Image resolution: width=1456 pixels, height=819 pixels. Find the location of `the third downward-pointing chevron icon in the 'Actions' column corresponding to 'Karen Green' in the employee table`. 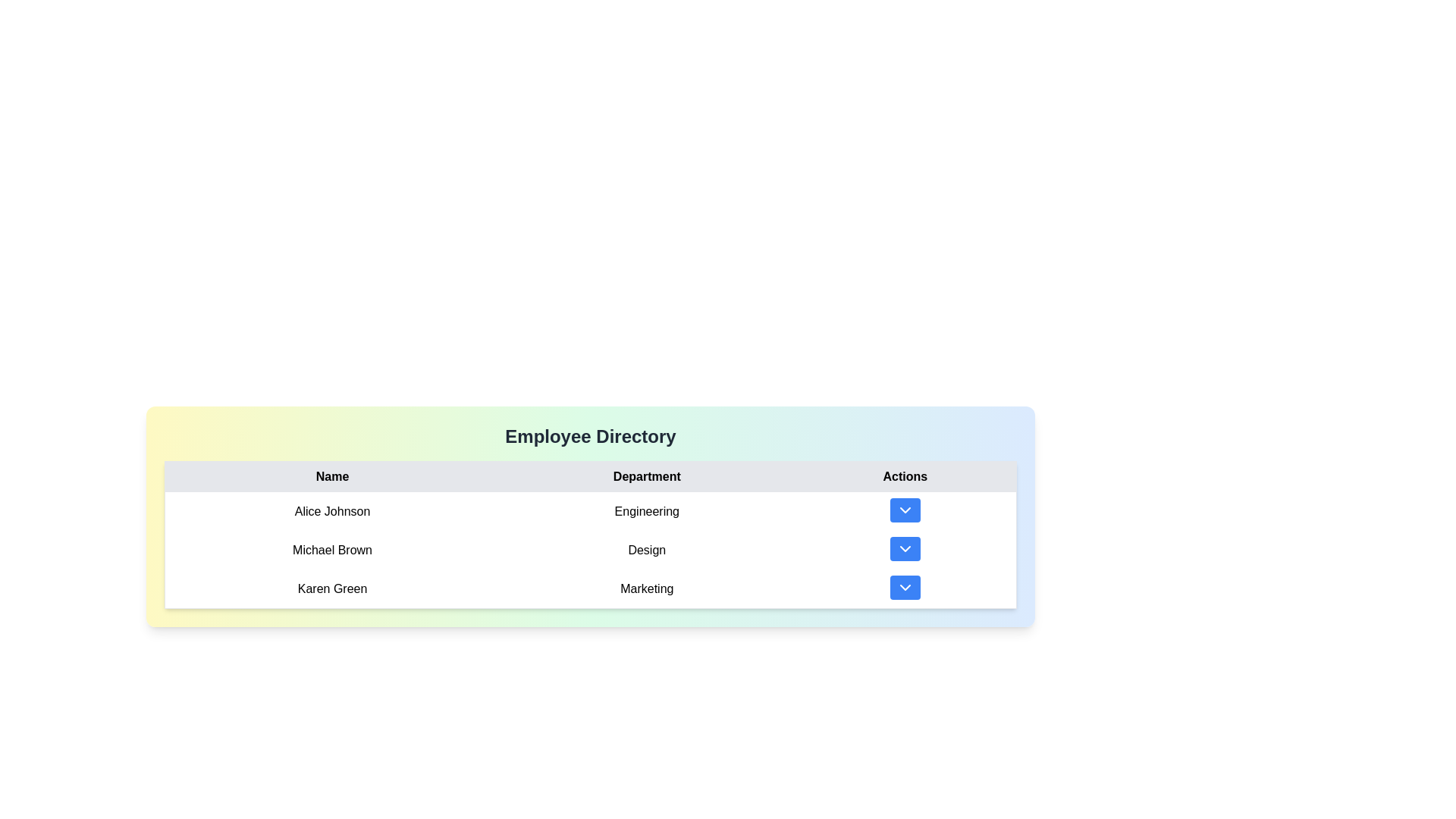

the third downward-pointing chevron icon in the 'Actions' column corresponding to 'Karen Green' in the employee table is located at coordinates (905, 587).